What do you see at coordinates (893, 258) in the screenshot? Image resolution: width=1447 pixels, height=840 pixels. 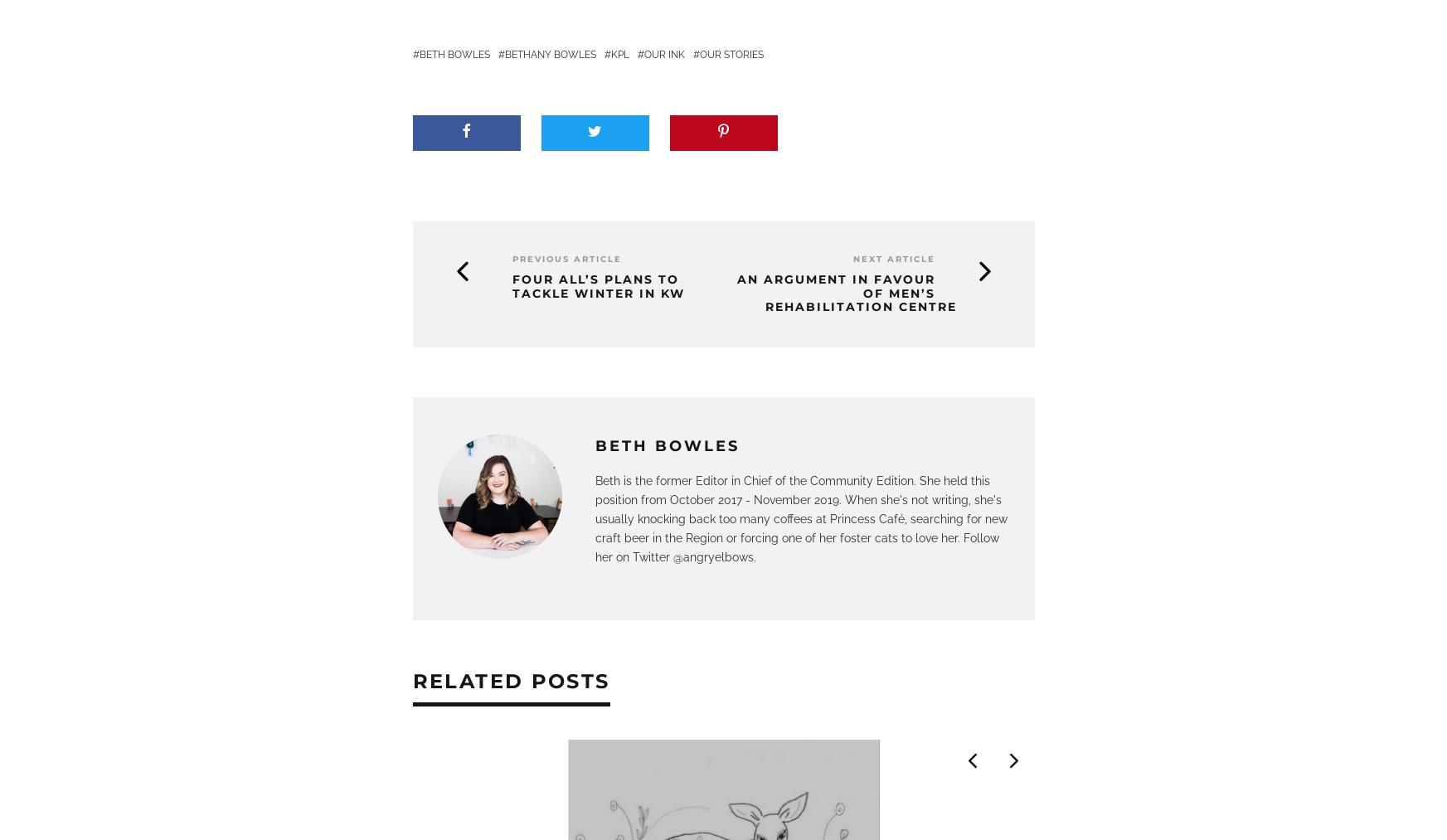 I see `'Next Article'` at bounding box center [893, 258].